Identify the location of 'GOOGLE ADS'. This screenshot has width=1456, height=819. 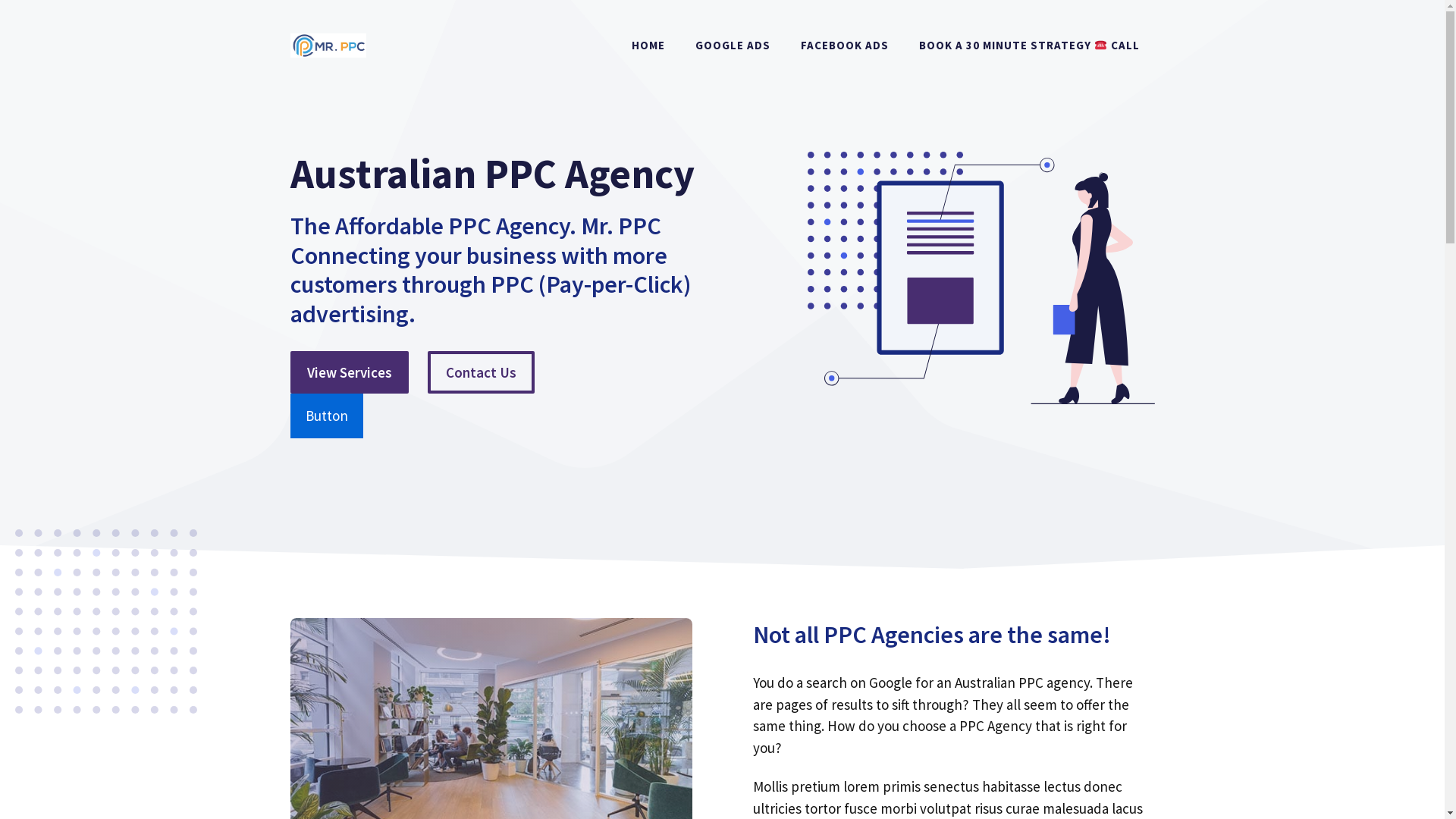
(733, 45).